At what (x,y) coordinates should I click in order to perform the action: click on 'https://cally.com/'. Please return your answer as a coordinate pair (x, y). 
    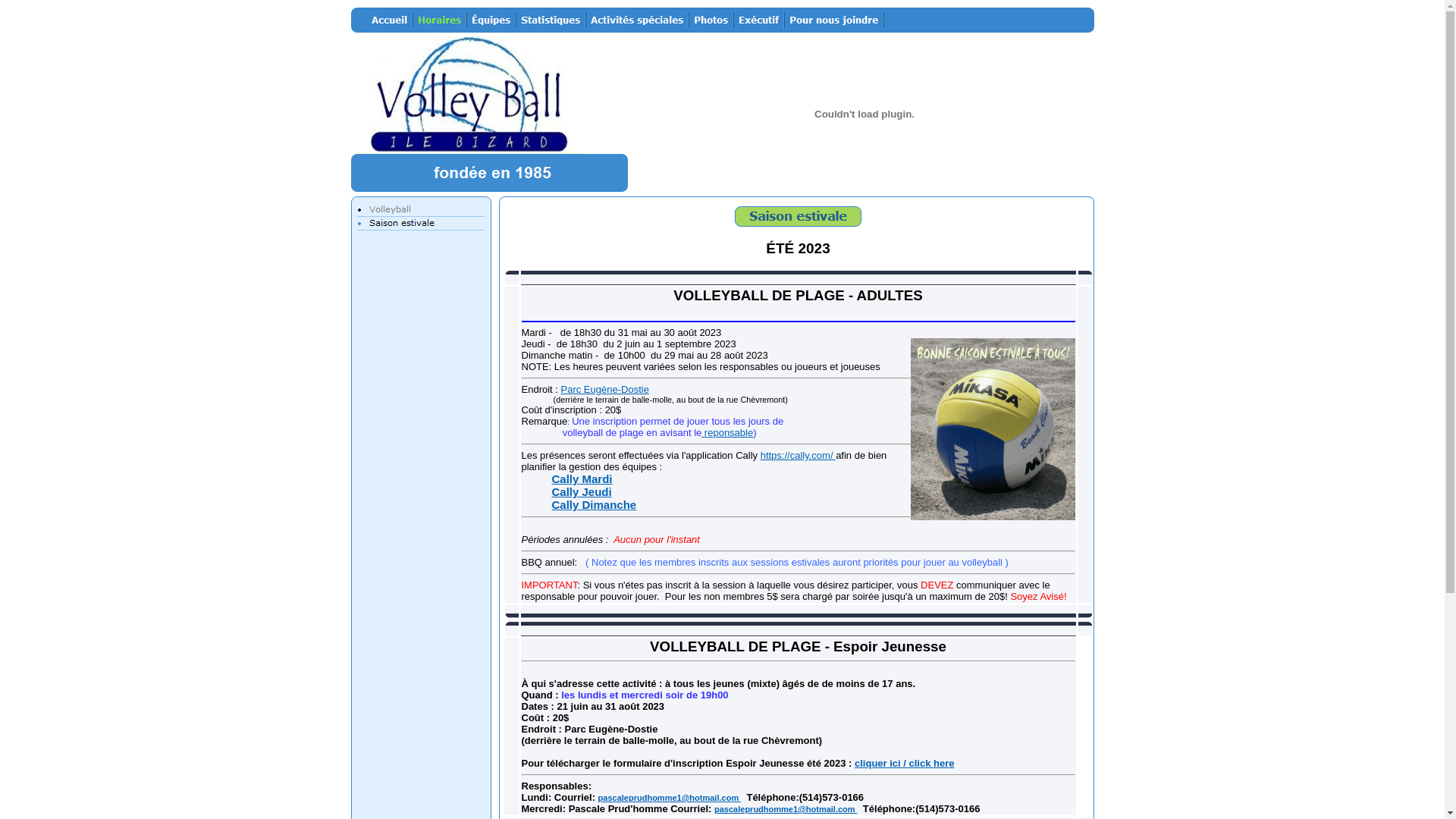
    Looking at the image, I should click on (797, 454).